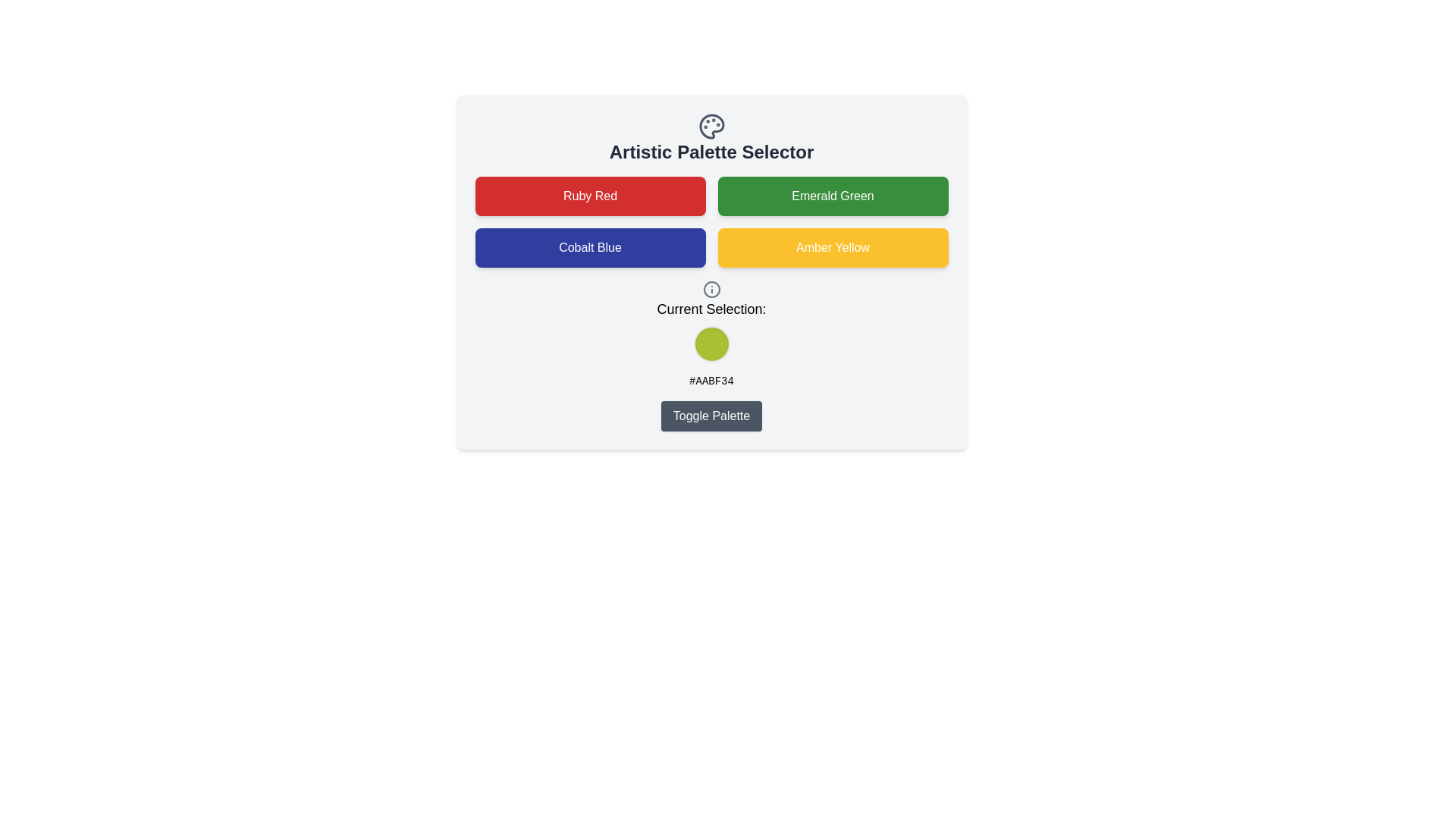 The width and height of the screenshot is (1456, 819). What do you see at coordinates (832, 195) in the screenshot?
I see `the 'Emerald Green' button, which is a rectangular button with a rounded design and a green background displaying the text 'Emerald Green' in white` at bounding box center [832, 195].